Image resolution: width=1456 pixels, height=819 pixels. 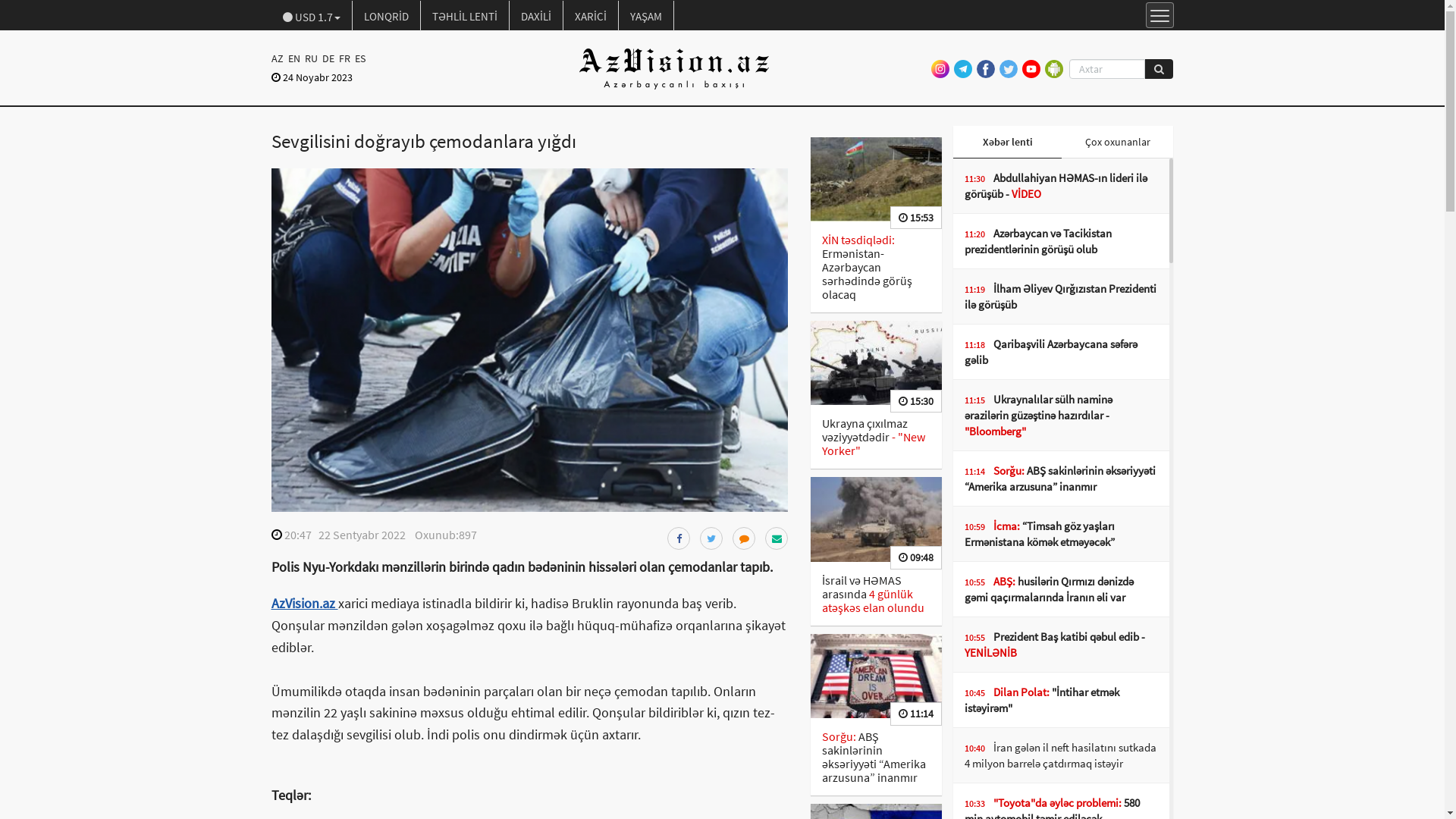 What do you see at coordinates (304, 602) in the screenshot?
I see `'AzVision.az'` at bounding box center [304, 602].